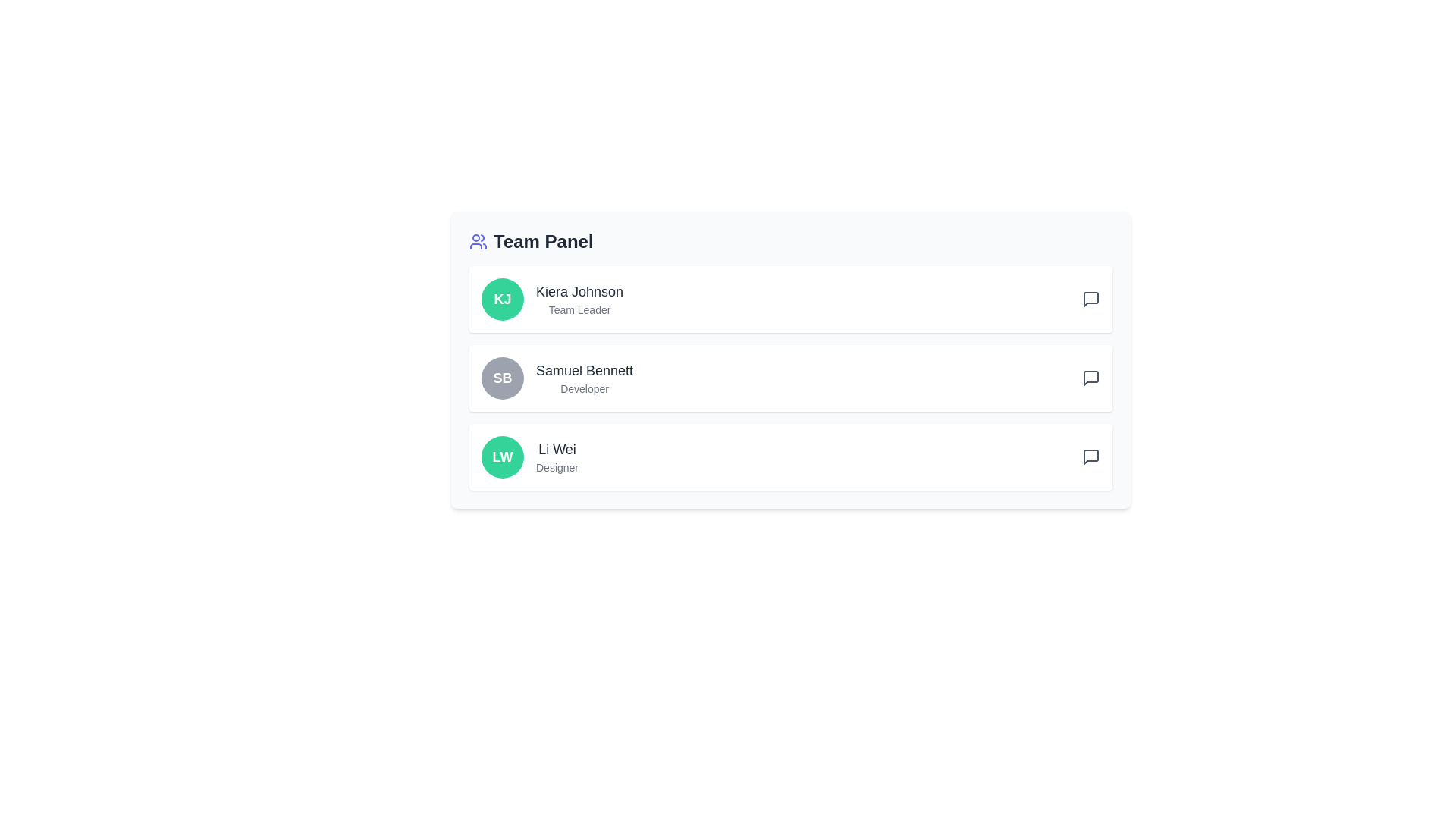 Image resolution: width=1456 pixels, height=819 pixels. I want to click on the Avatar Component, which is a circular area with a green background and the white uppercase letters 'KJ' centered within it, located on the left side of the UI, so click(502, 299).